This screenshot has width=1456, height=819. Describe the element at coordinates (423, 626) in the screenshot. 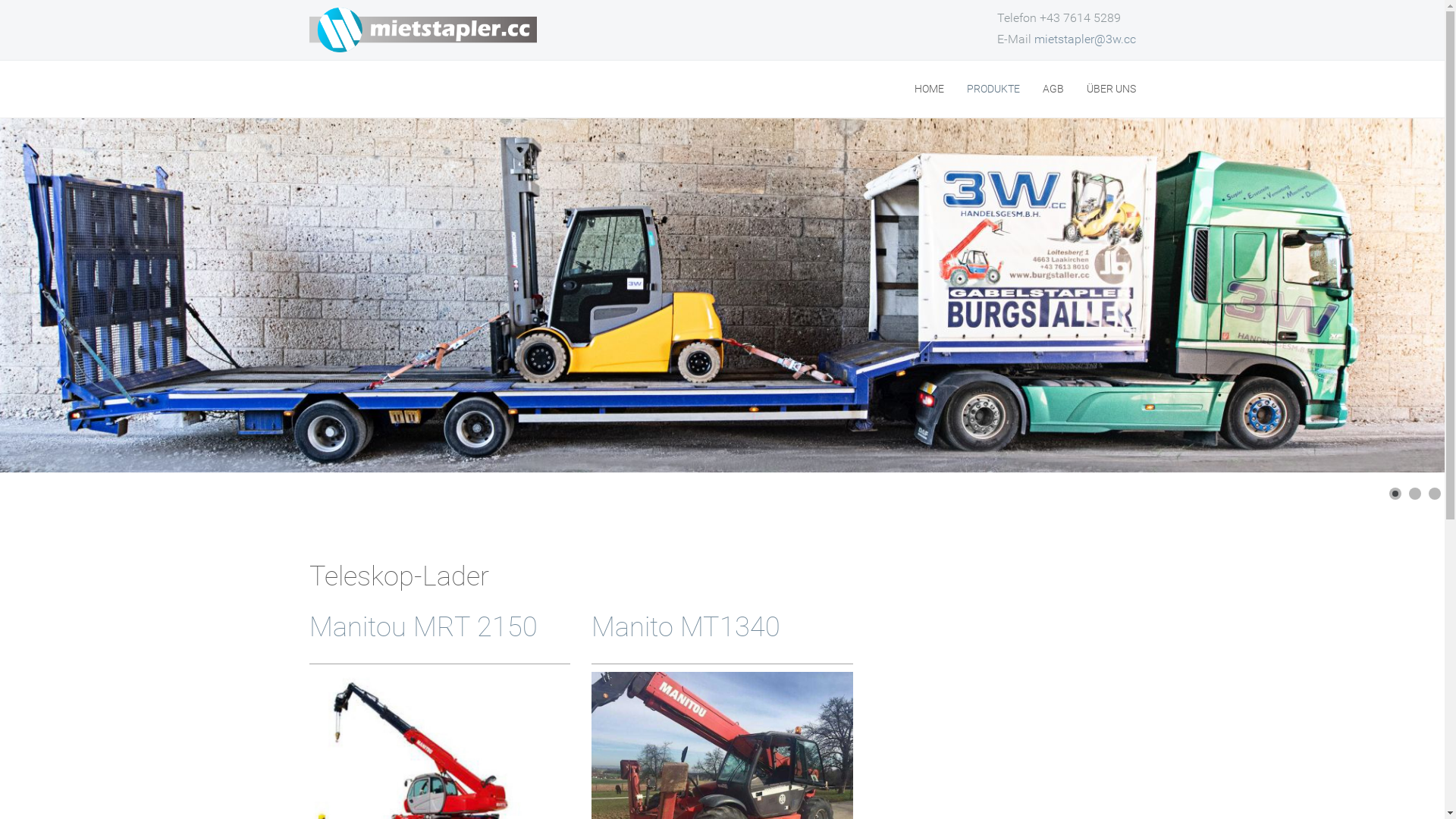

I see `'Manitou MRT 2150'` at that location.